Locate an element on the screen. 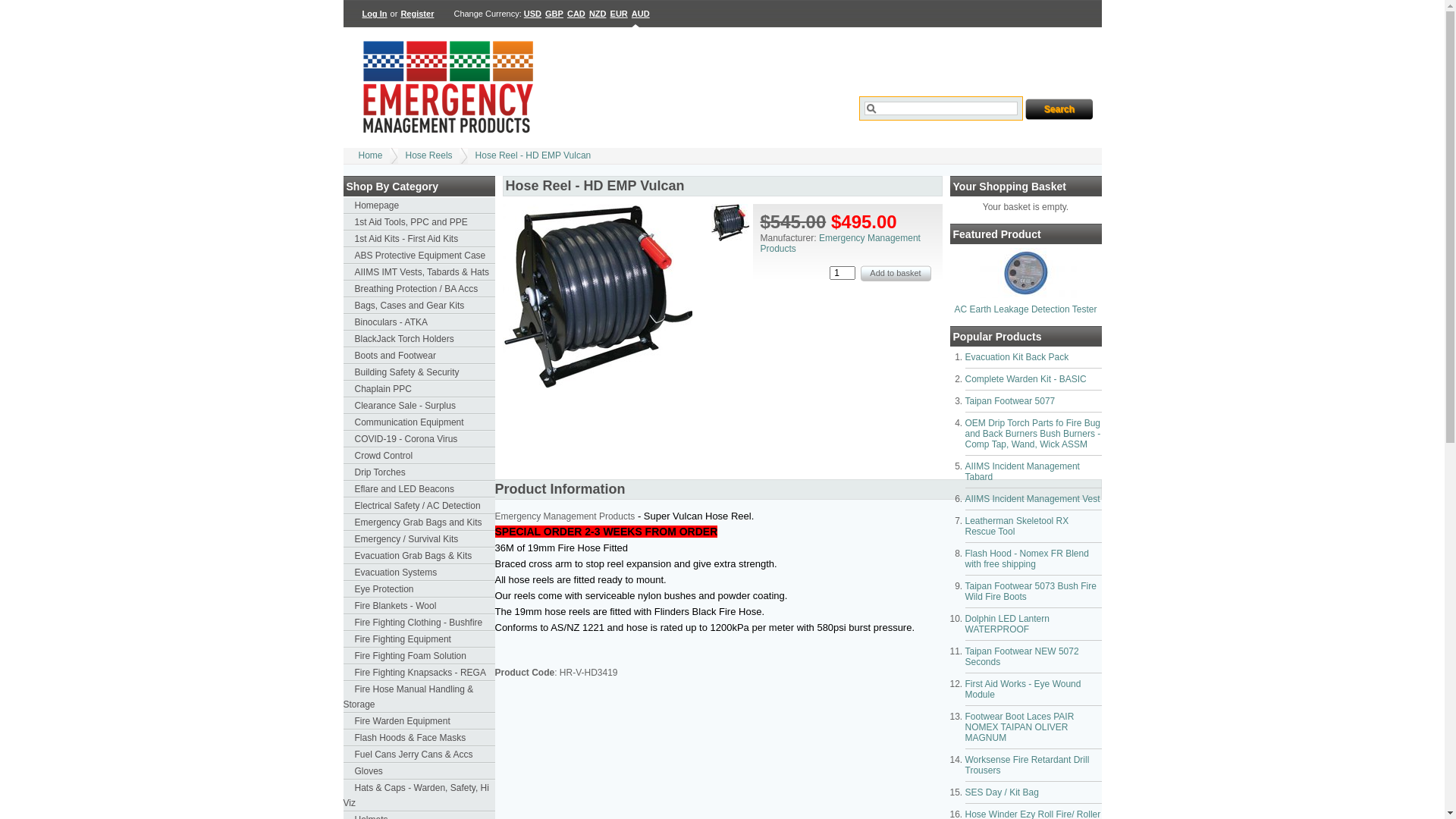 Image resolution: width=1456 pixels, height=819 pixels. 'Hats & Caps - Warden, Safety, Hi Viz' is located at coordinates (341, 795).